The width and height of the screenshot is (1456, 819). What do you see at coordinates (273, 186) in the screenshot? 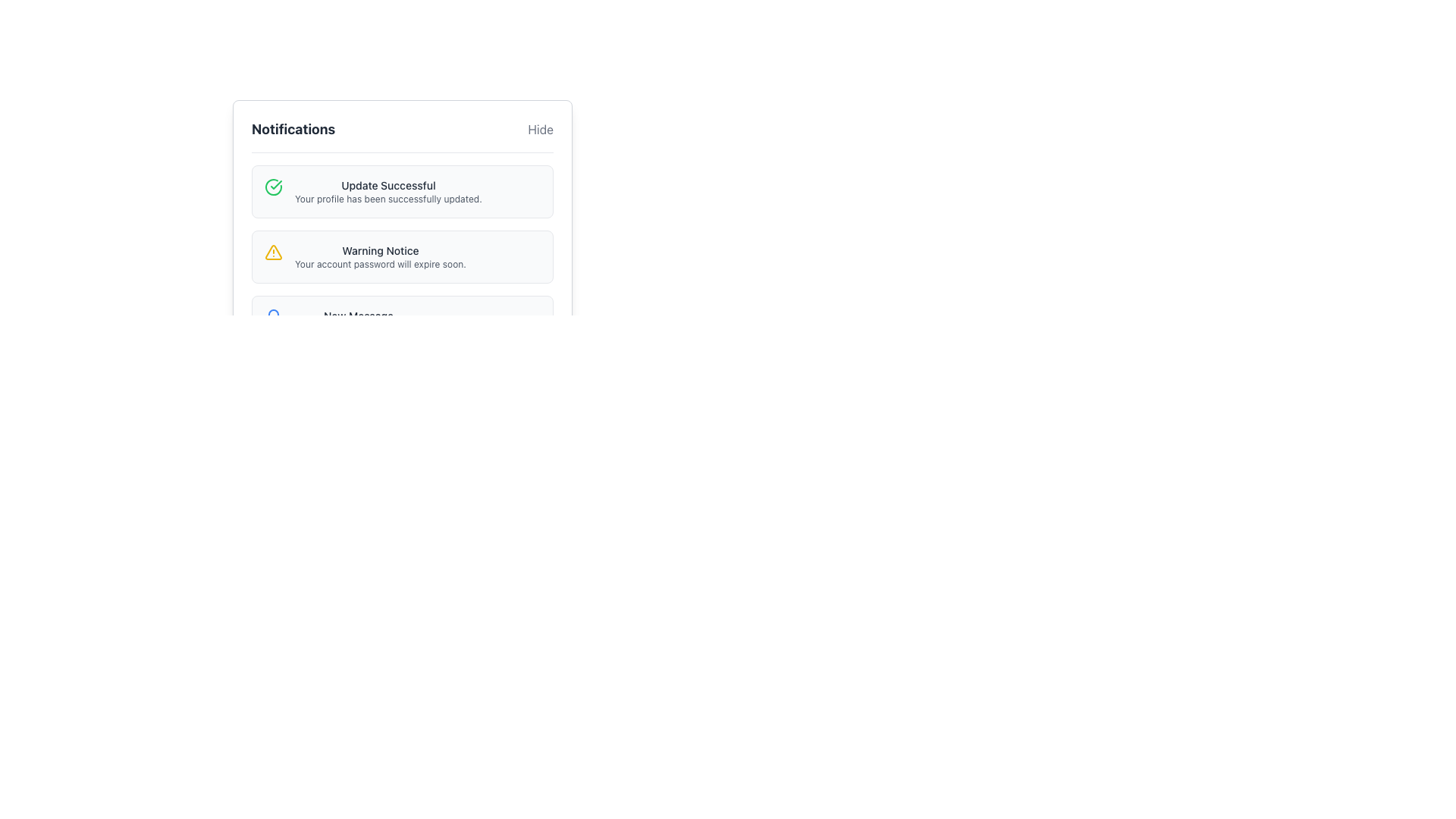
I see `the visual cue provided by the circular green outlined icon with a check mark, which signifies success or confirmation, located to the left of the 'Update Successful' text in the notification list` at bounding box center [273, 186].